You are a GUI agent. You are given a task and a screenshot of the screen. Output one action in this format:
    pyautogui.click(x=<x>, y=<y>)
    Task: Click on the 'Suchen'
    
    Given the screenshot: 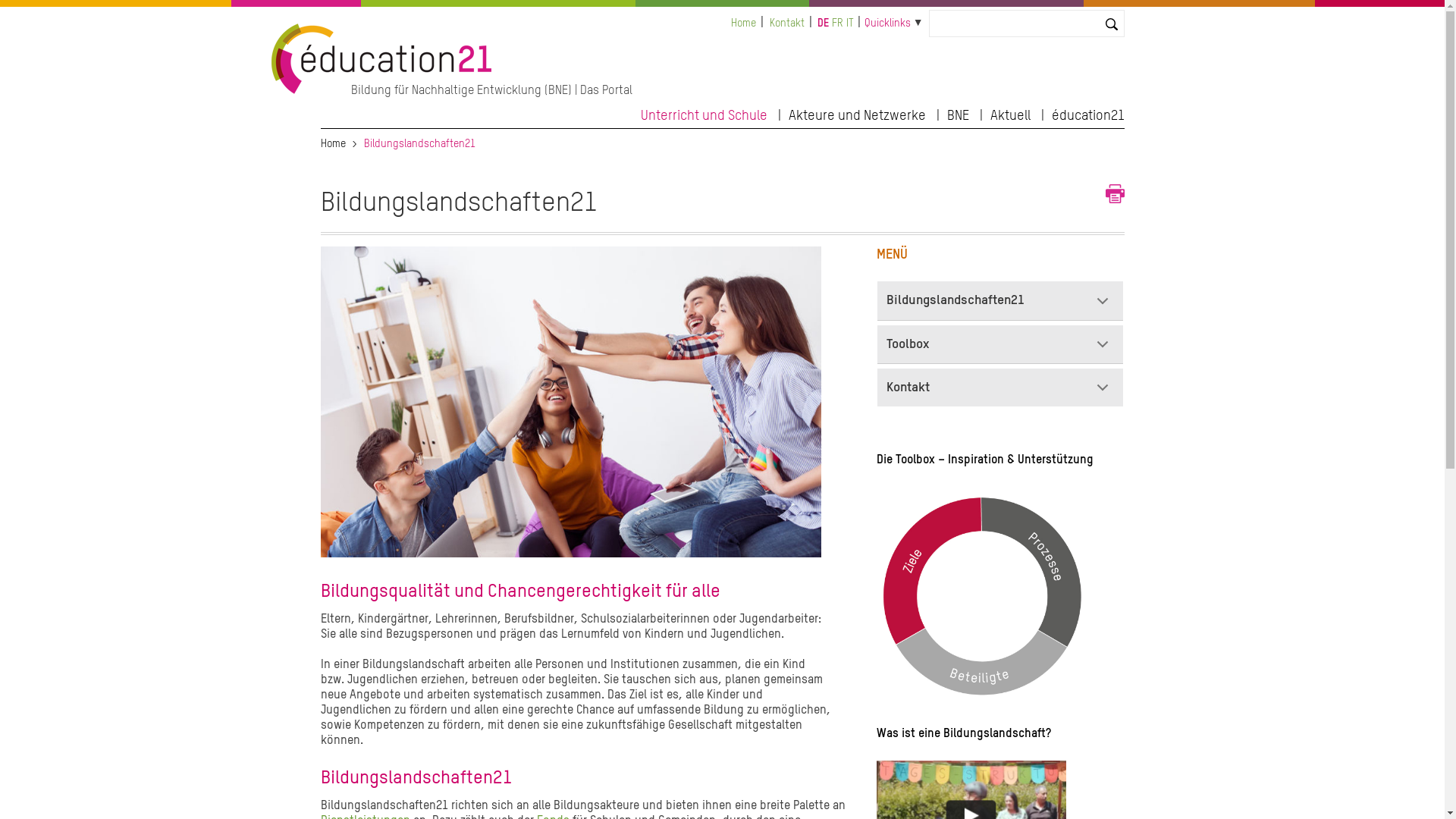 What is the action you would take?
    pyautogui.click(x=26, y=14)
    